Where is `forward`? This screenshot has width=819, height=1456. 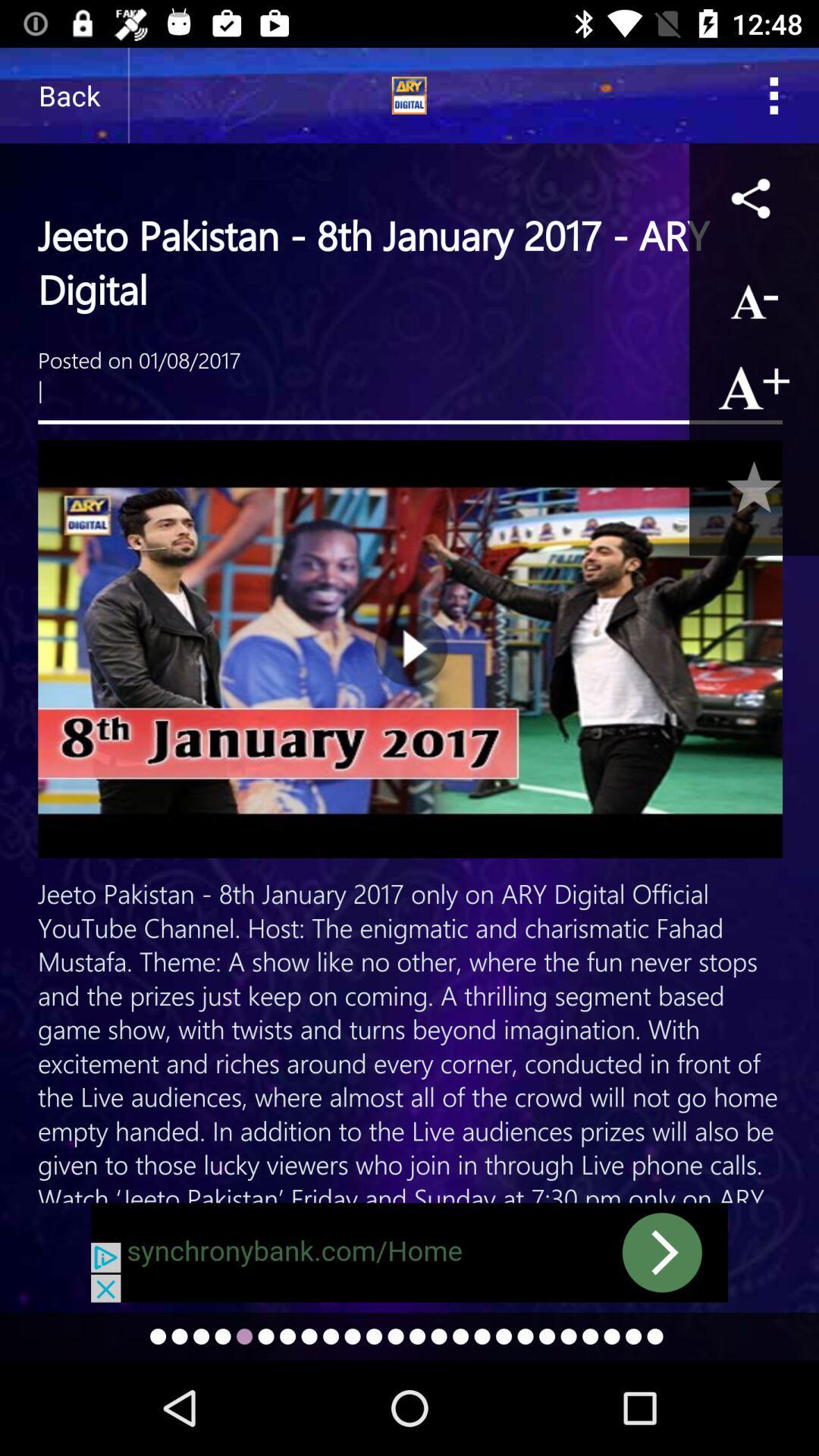 forward is located at coordinates (409, 1252).